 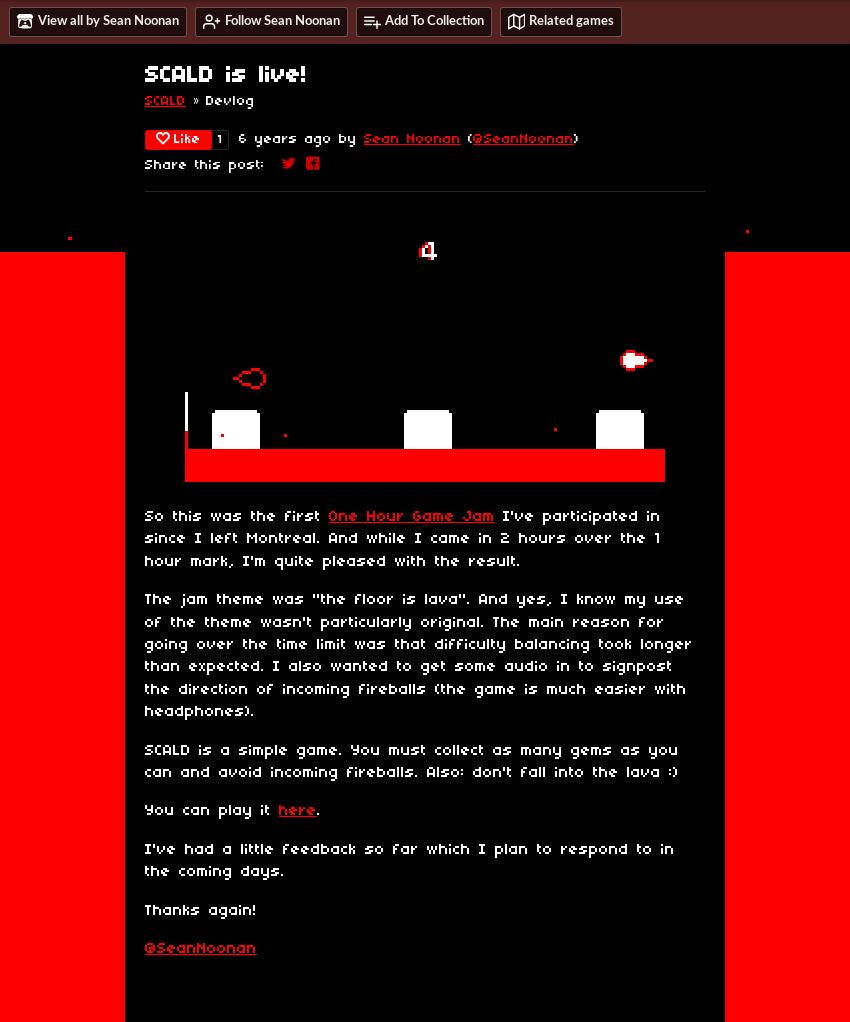 What do you see at coordinates (298, 809) in the screenshot?
I see `'here'` at bounding box center [298, 809].